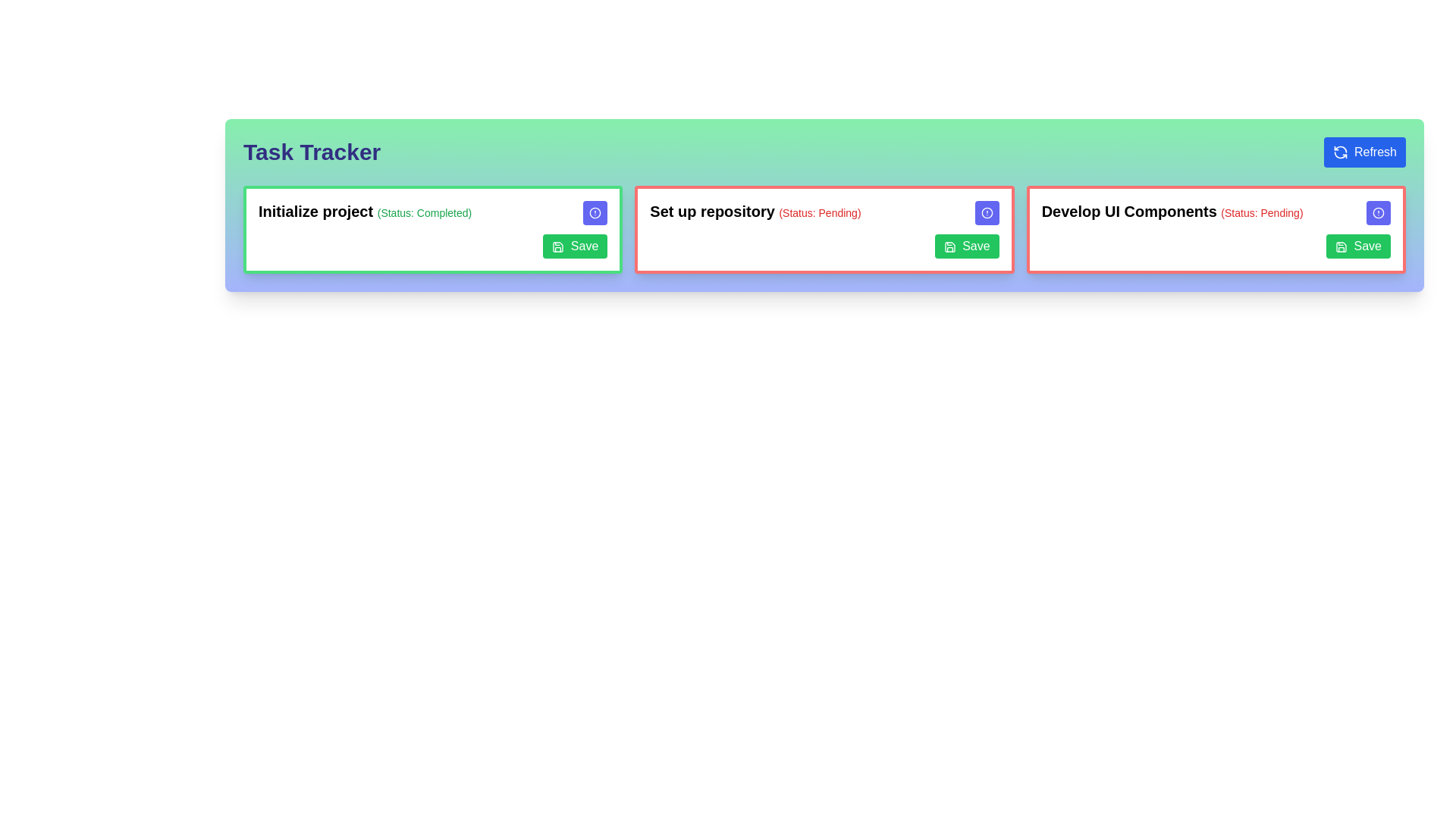  What do you see at coordinates (819, 213) in the screenshot?
I see `the text label displaying '(Status: Pending)' in small, light-styled red font, located to the right of the bold title 'Set up repository'` at bounding box center [819, 213].